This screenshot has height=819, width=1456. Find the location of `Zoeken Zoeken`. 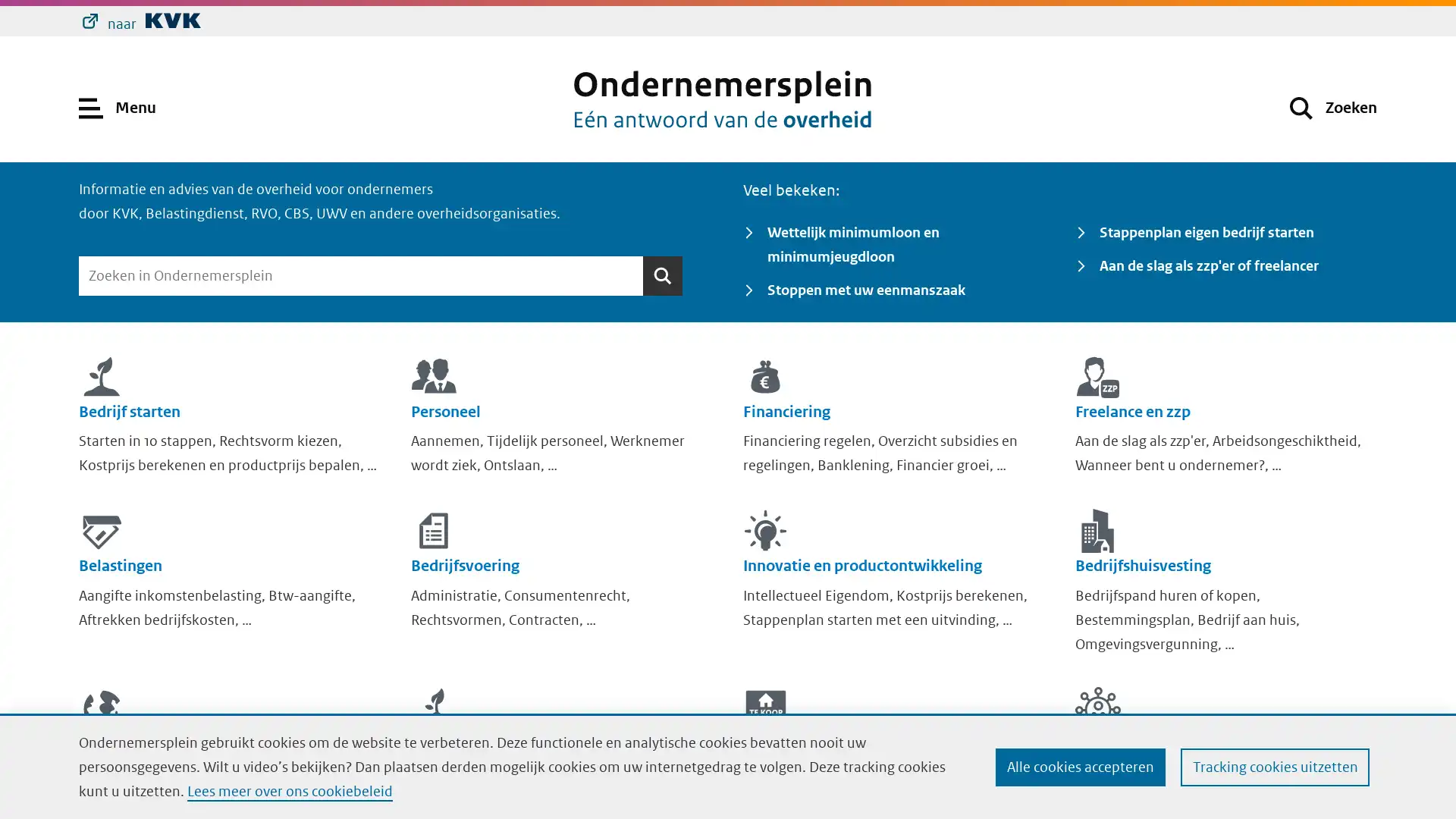

Zoeken Zoeken is located at coordinates (662, 281).